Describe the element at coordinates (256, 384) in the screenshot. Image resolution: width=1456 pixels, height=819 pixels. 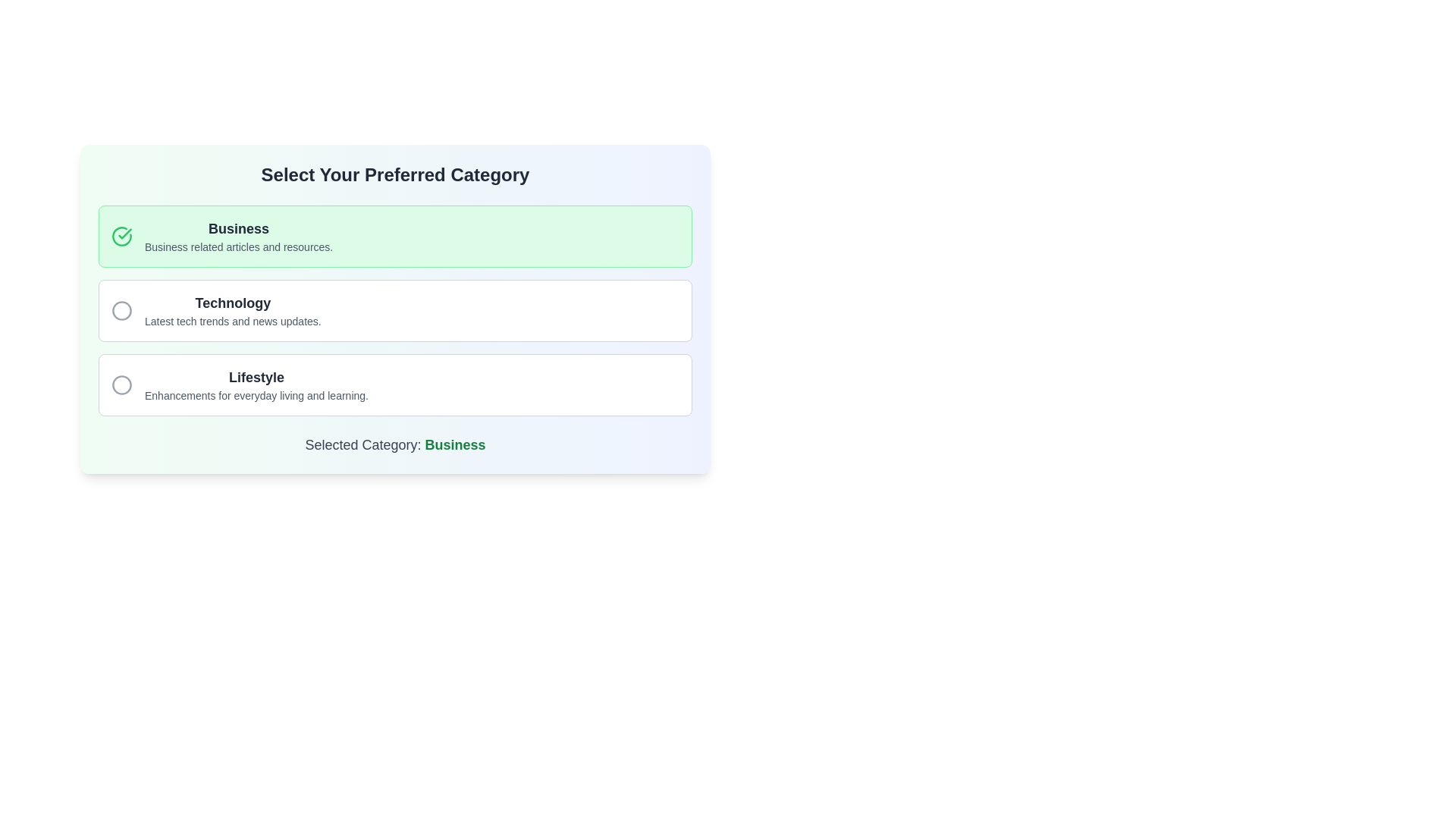
I see `the text block containing the title 'Lifestyle' and subtitle 'Enhancements for everyday living and learning', which is located within the third selectable category option between 'Technology' and 'Selected Category'` at that location.